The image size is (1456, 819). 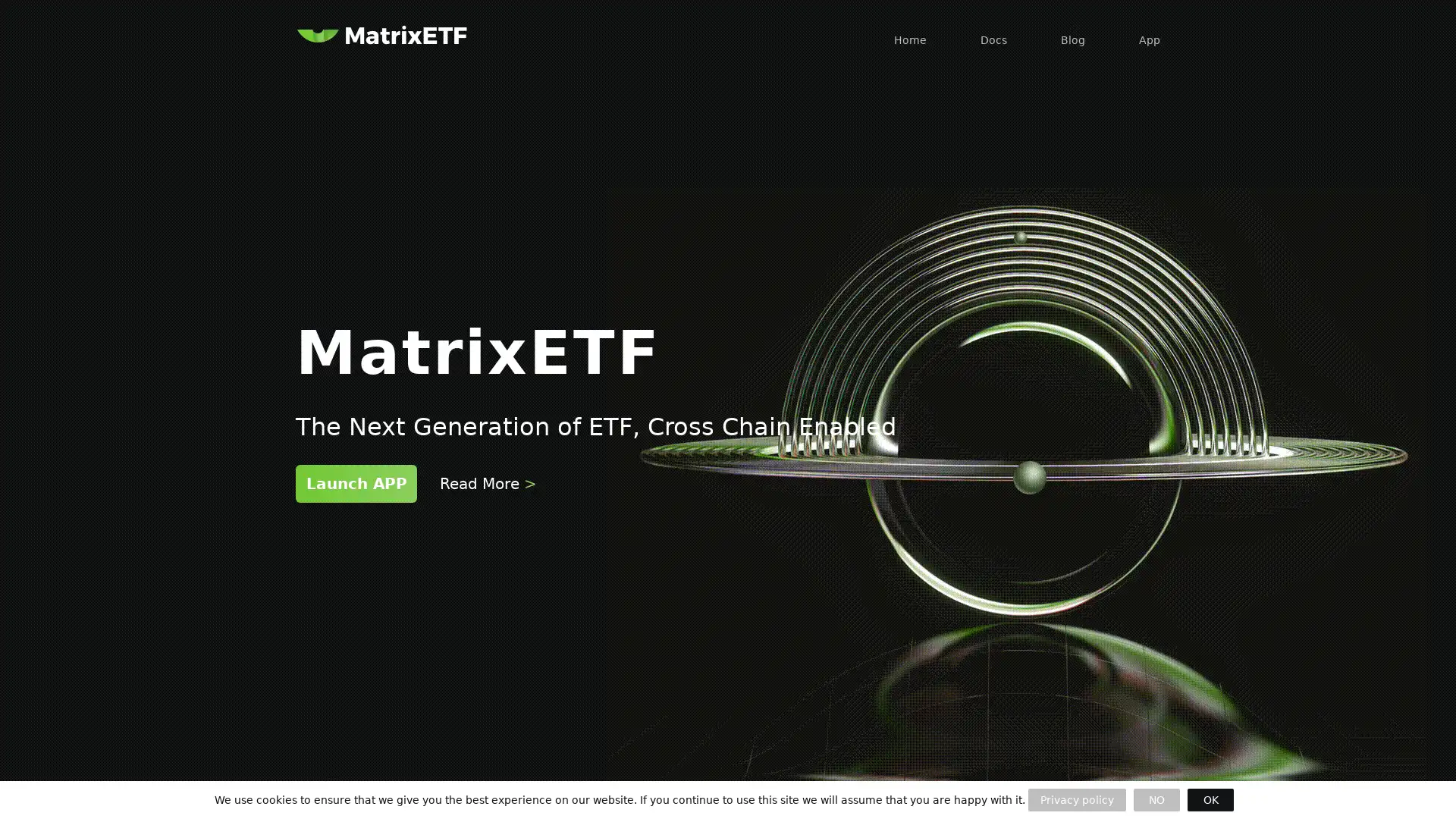 What do you see at coordinates (1156, 799) in the screenshot?
I see `NO` at bounding box center [1156, 799].